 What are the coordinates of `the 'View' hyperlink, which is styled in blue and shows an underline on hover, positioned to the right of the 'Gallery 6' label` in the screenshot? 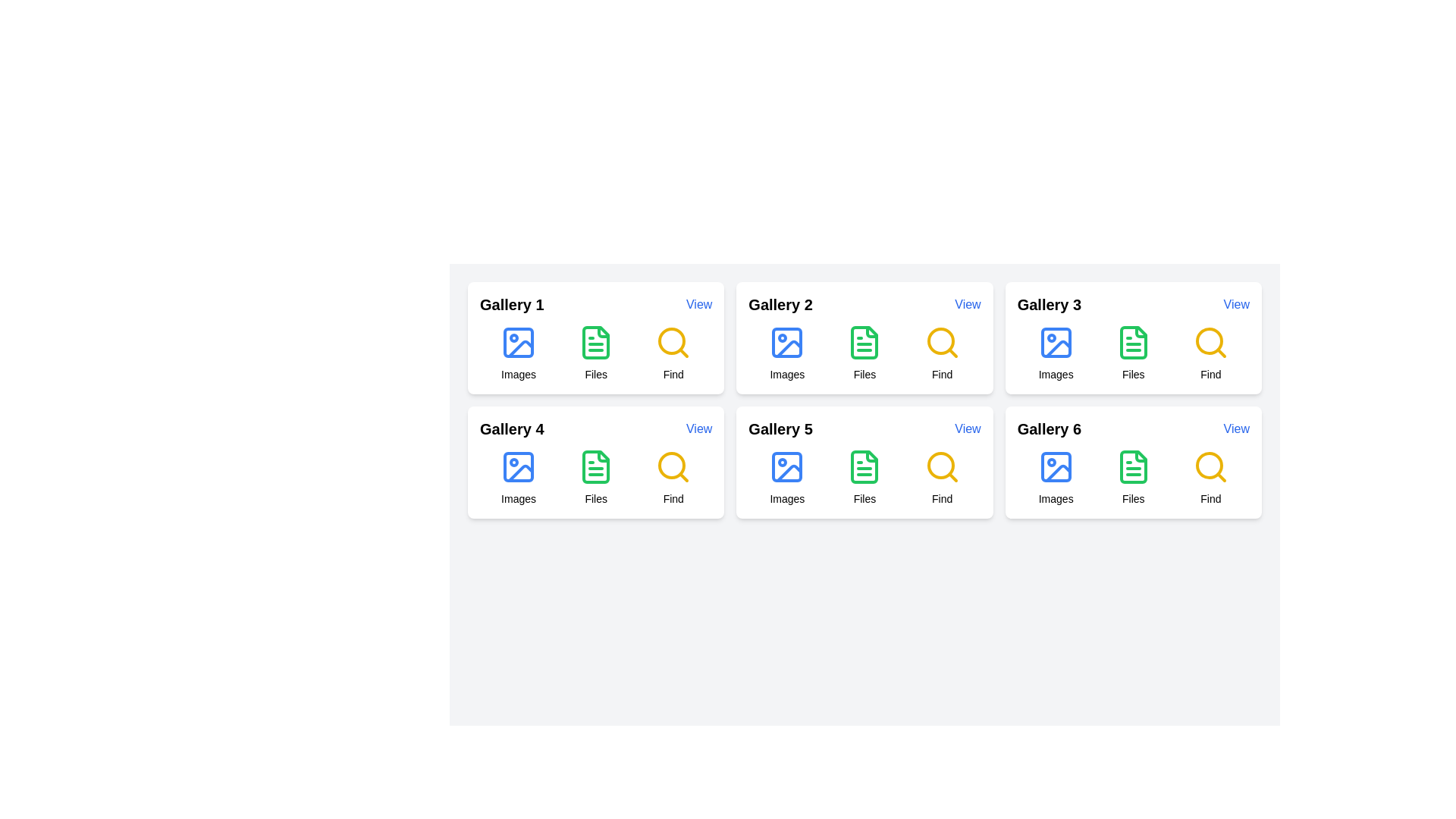 It's located at (1236, 429).